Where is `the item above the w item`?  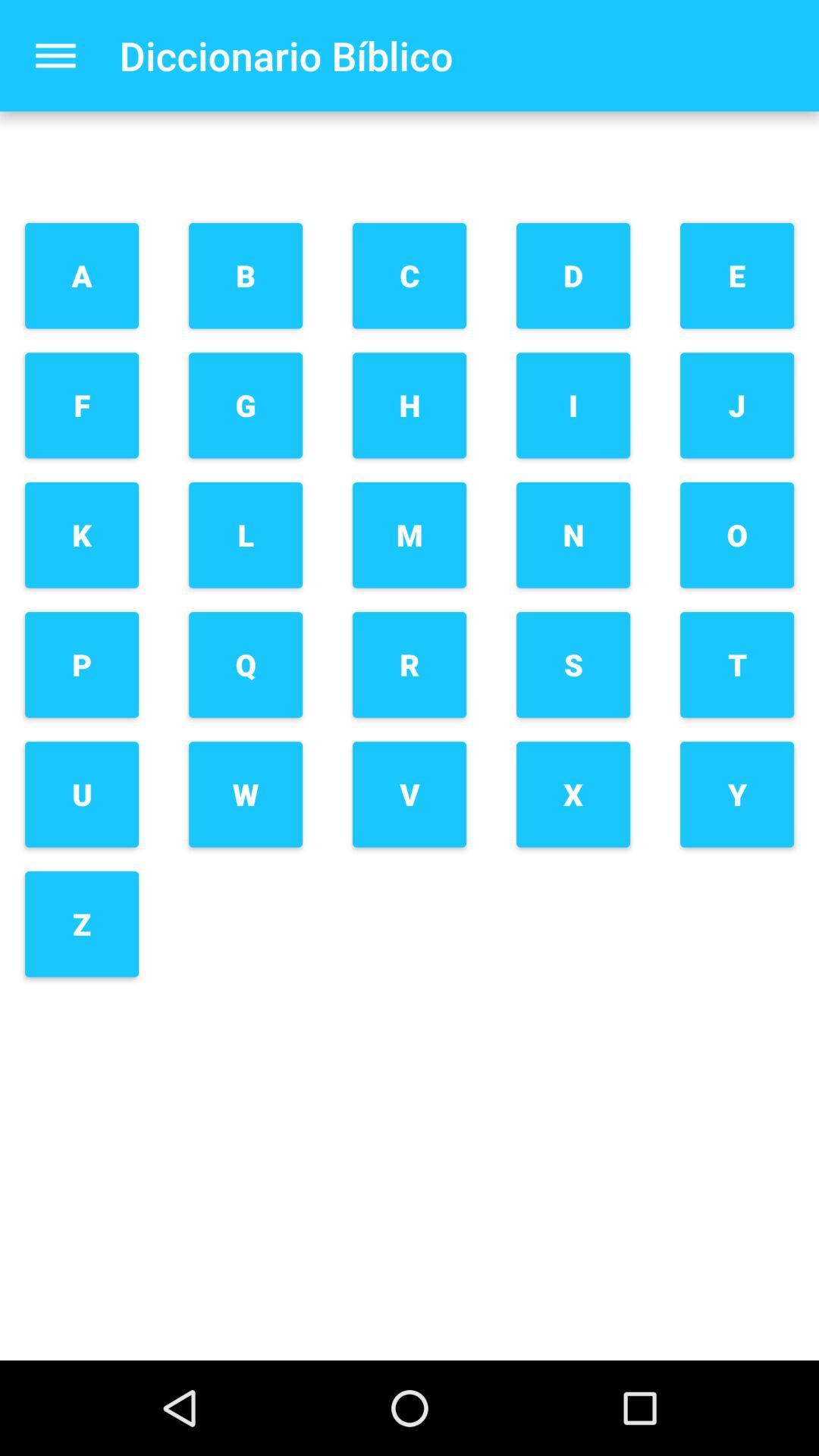 the item above the w item is located at coordinates (245, 664).